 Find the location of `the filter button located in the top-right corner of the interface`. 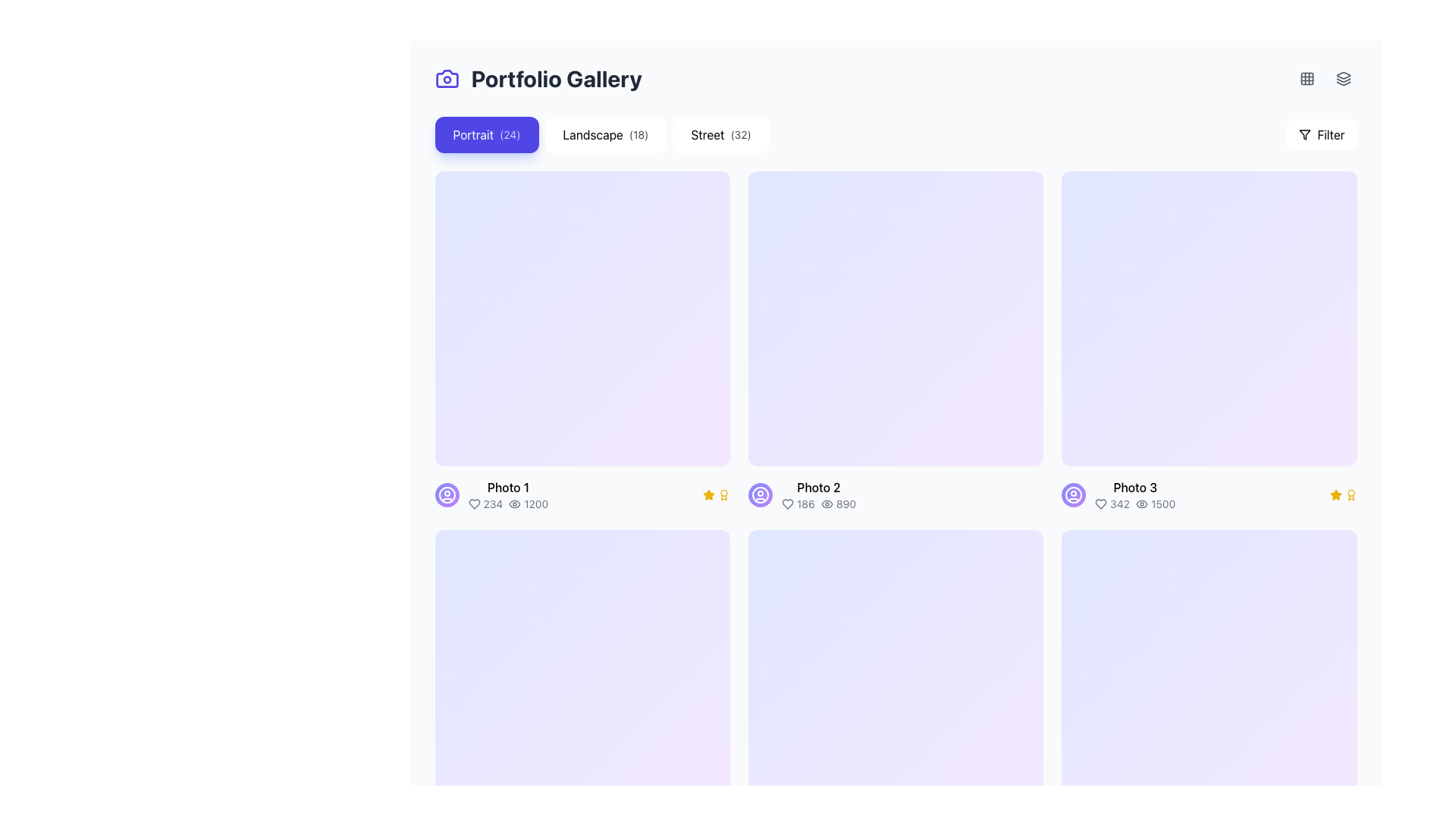

the filter button located in the top-right corner of the interface is located at coordinates (1321, 133).